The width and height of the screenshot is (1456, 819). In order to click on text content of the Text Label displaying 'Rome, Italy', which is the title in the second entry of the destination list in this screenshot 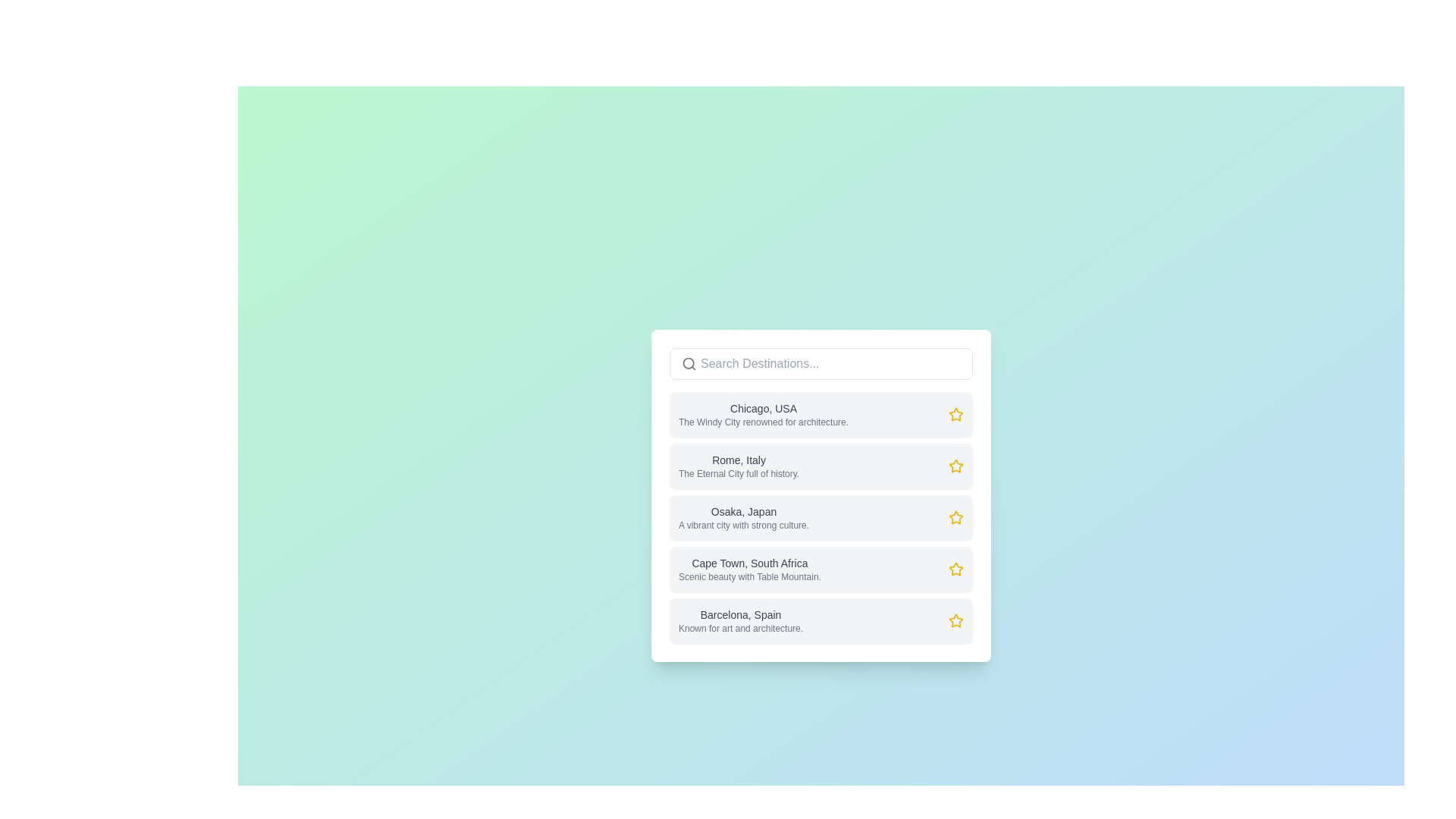, I will do `click(739, 459)`.